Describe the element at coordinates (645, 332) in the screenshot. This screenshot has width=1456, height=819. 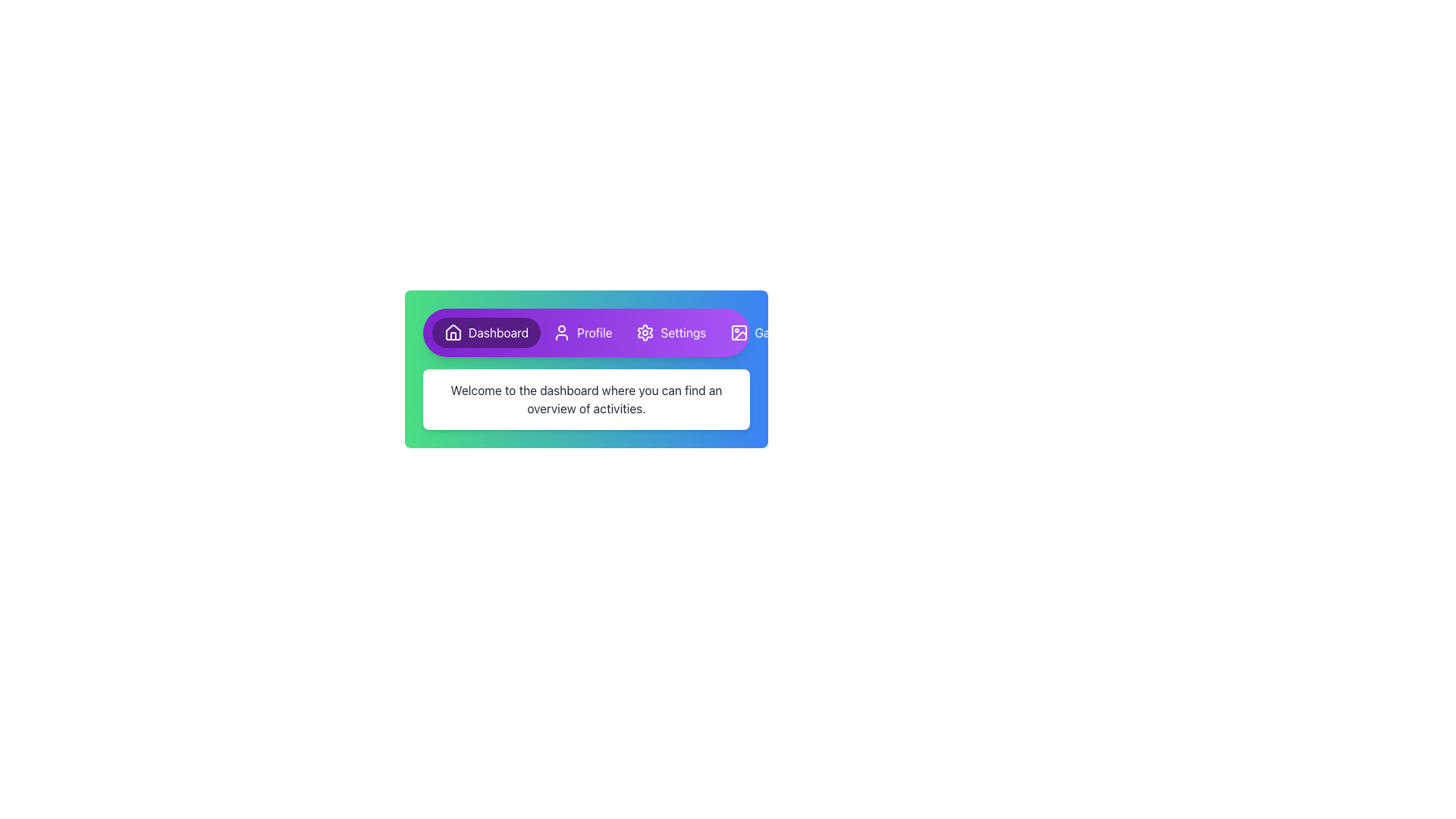
I see `the gear icon in the navigation menu` at that location.